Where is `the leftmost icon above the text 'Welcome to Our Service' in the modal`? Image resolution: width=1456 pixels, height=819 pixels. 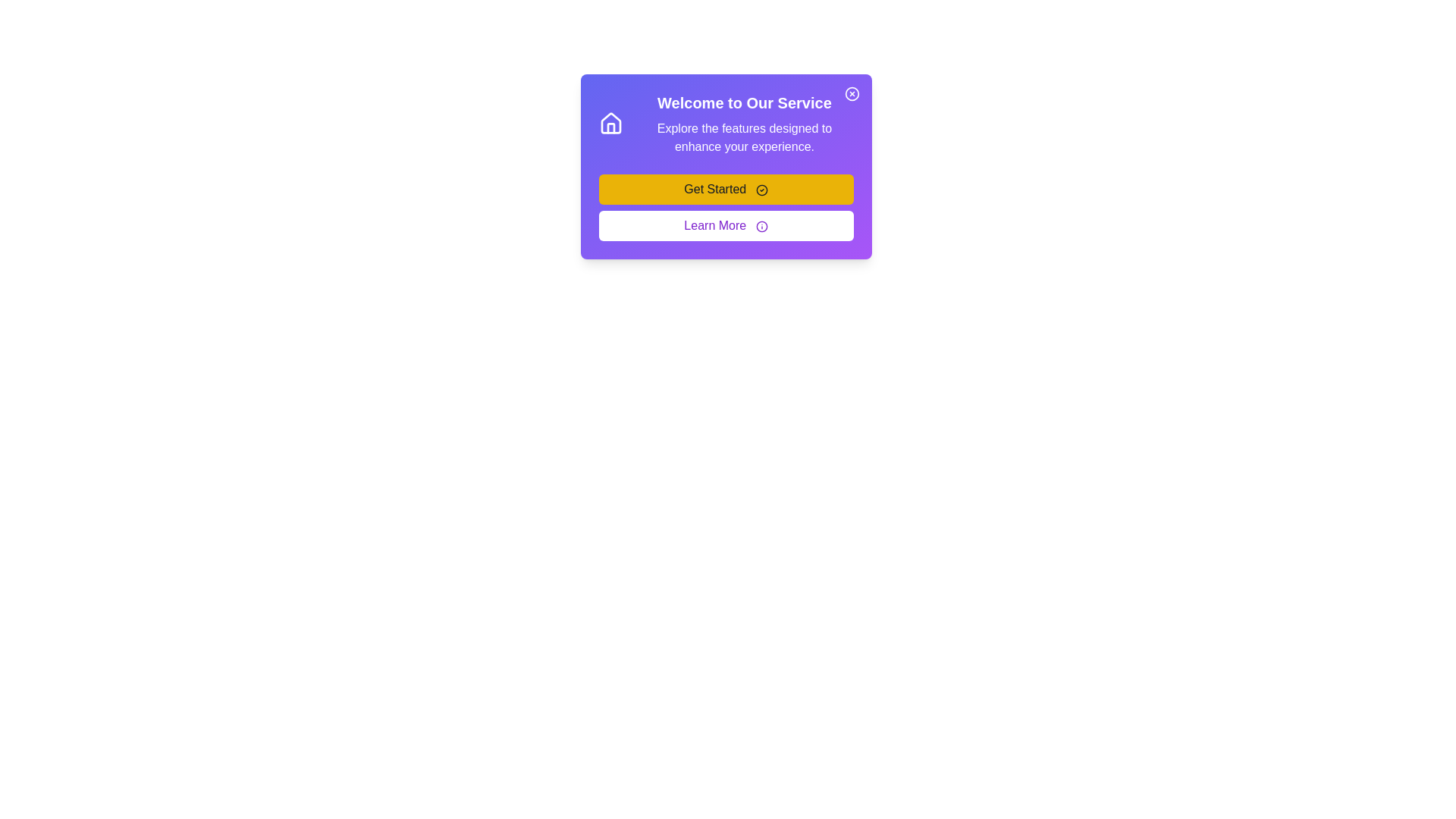 the leftmost icon above the text 'Welcome to Our Service' in the modal is located at coordinates (611, 123).